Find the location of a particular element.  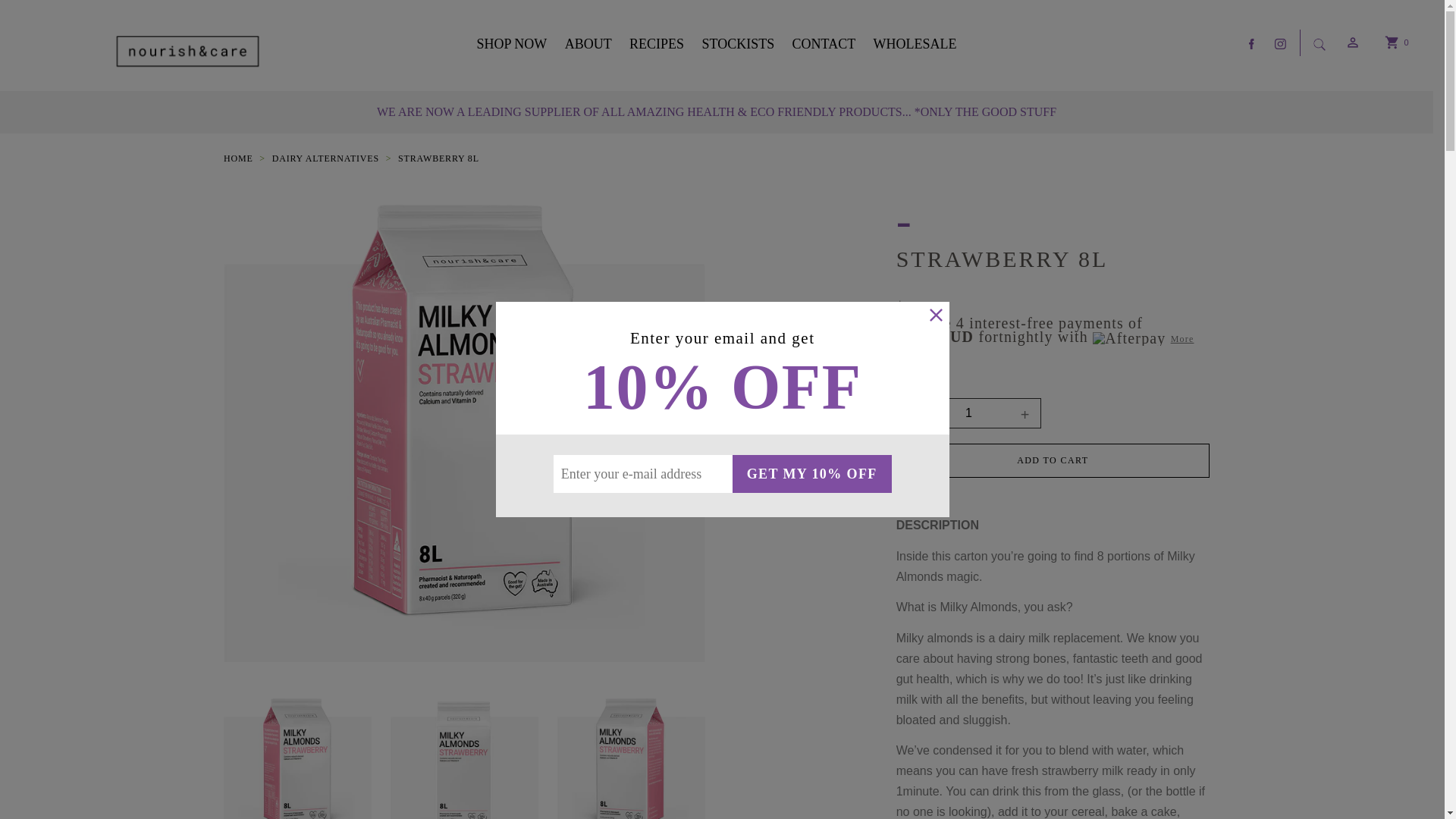

'0' is located at coordinates (1392, 45).